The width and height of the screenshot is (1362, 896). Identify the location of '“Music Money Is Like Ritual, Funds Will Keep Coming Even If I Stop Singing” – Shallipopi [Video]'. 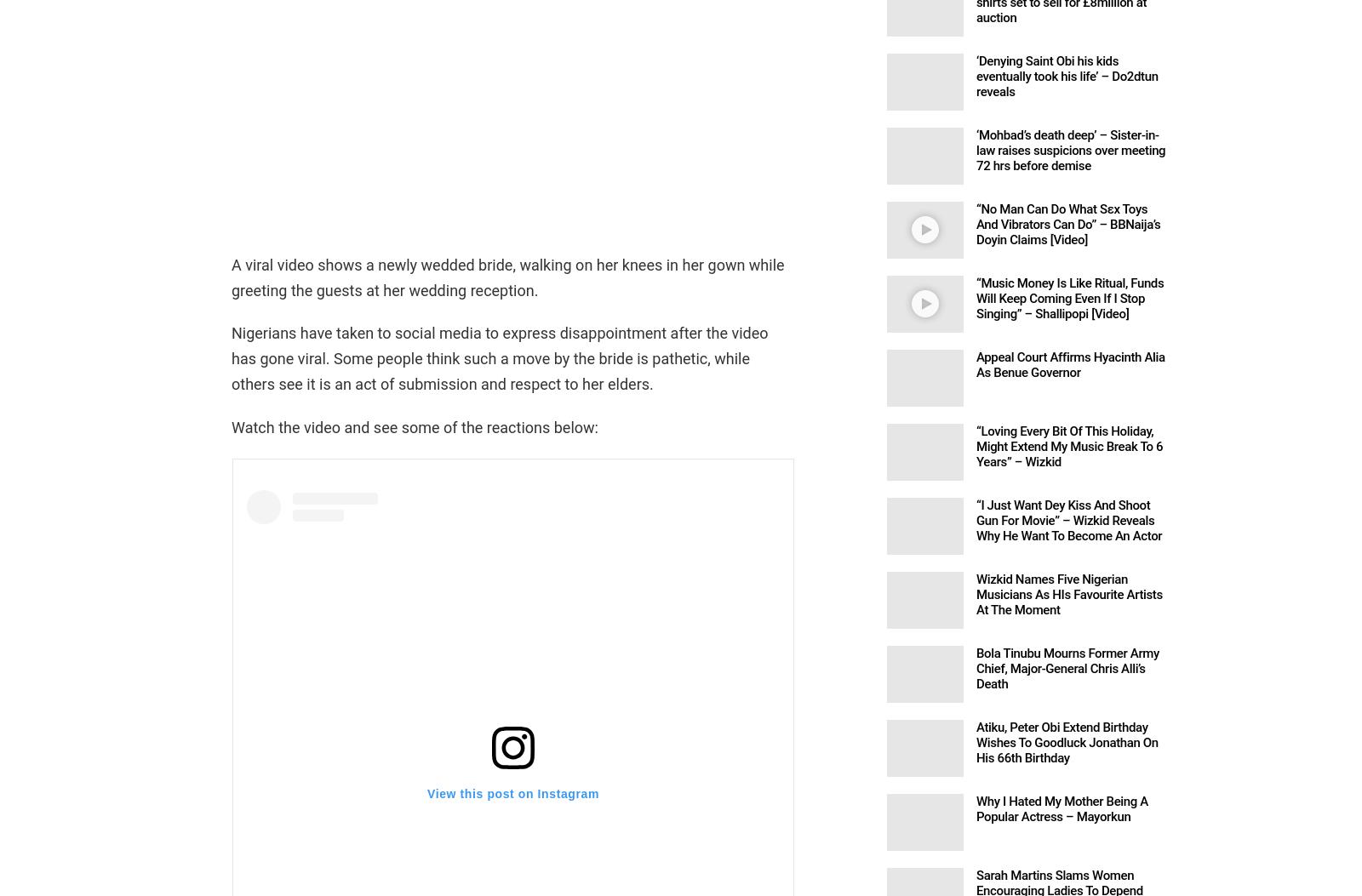
(1068, 297).